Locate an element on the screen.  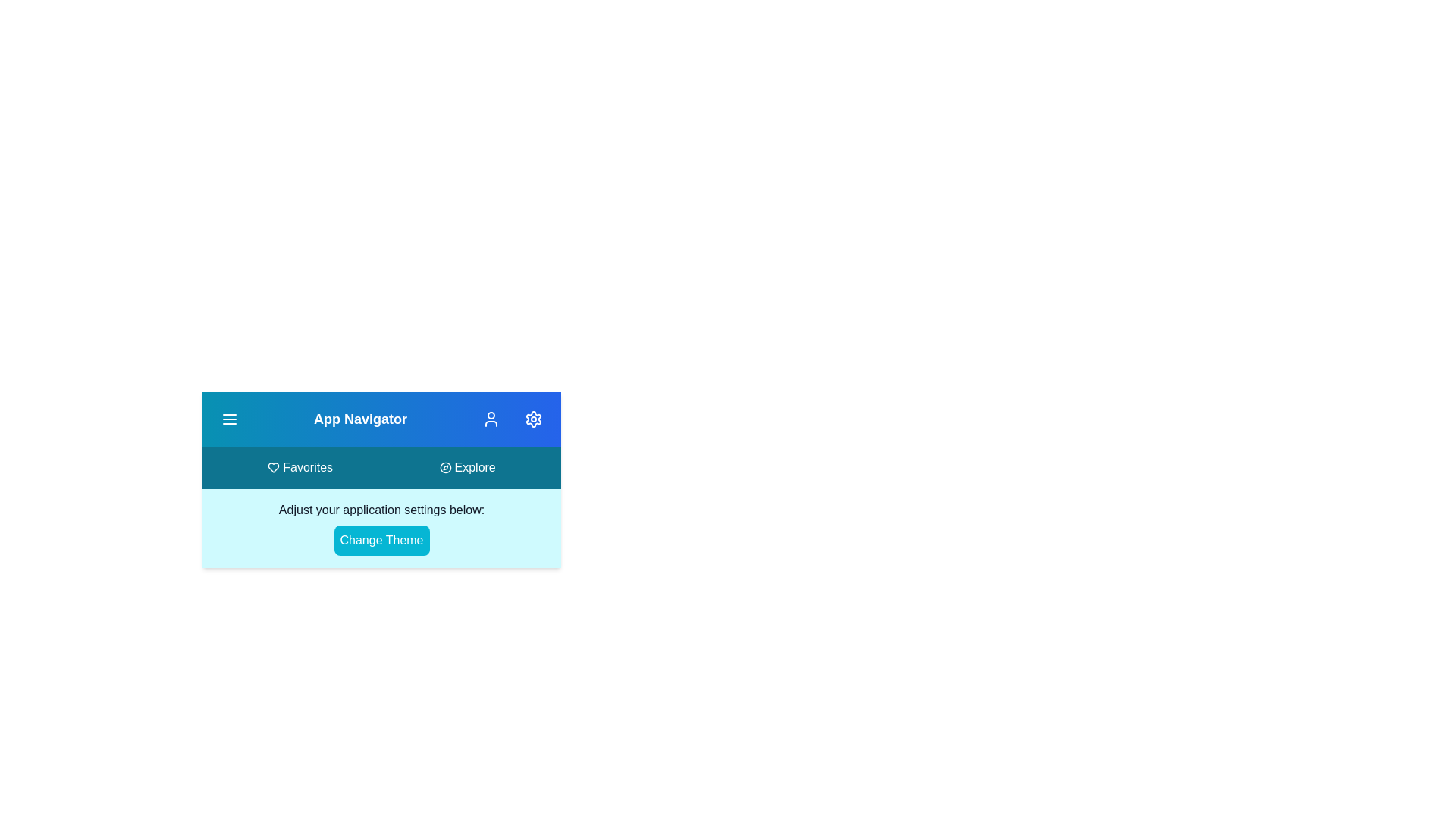
the menu icon, which consists of three parallel horizontal lines located in the top-left corner of the blue header bar adjacent to the 'App Navigator' text label is located at coordinates (228, 419).